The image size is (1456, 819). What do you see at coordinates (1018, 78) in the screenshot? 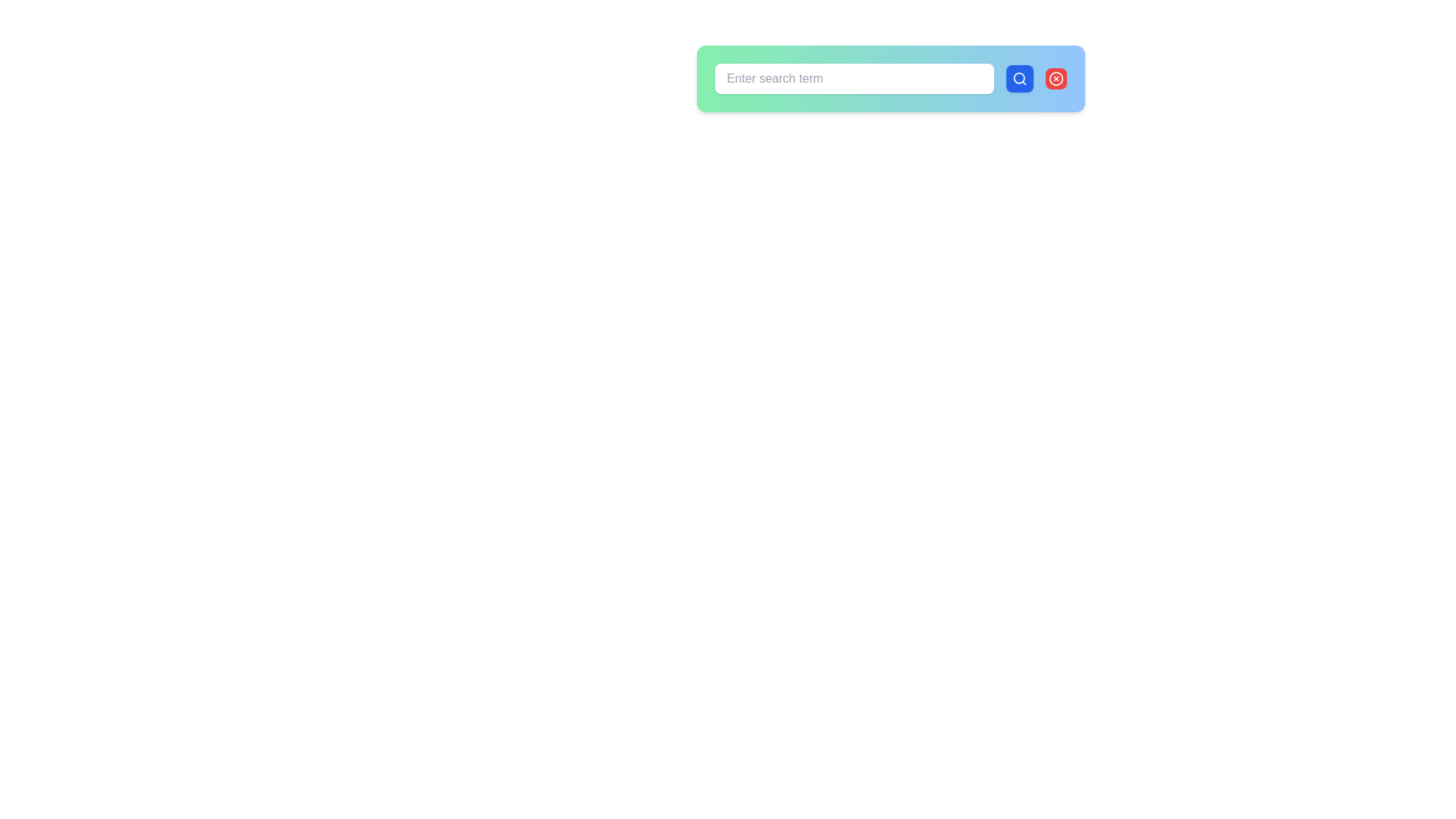
I see `the central circular shape of the magnifying glass icon, which symbolizes the lens part used for search functionality` at bounding box center [1018, 78].